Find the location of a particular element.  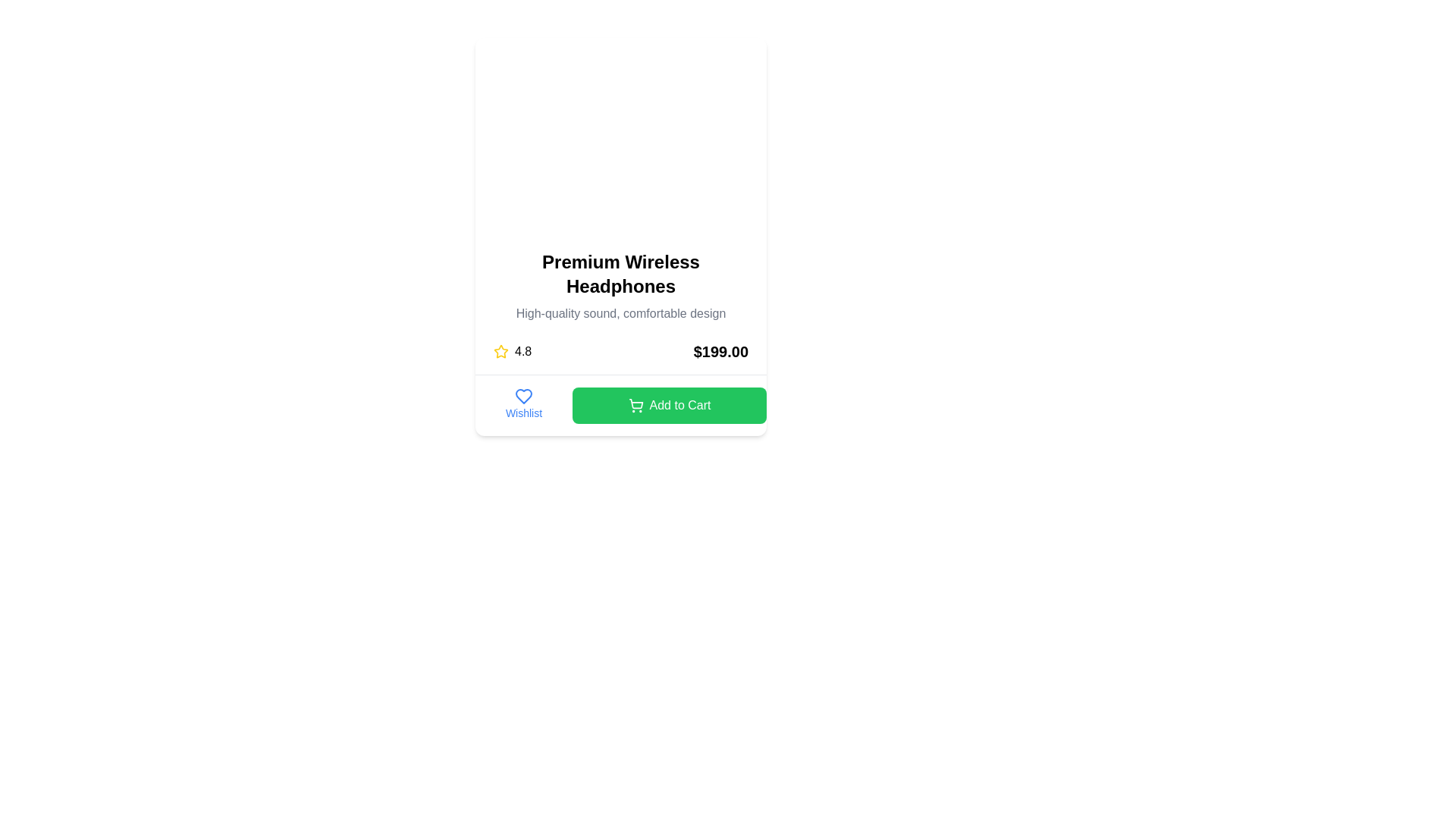

the Rating Display element that visually represents the rating of the item with a star icon, located to the left of the price '$199.00' is located at coordinates (513, 351).